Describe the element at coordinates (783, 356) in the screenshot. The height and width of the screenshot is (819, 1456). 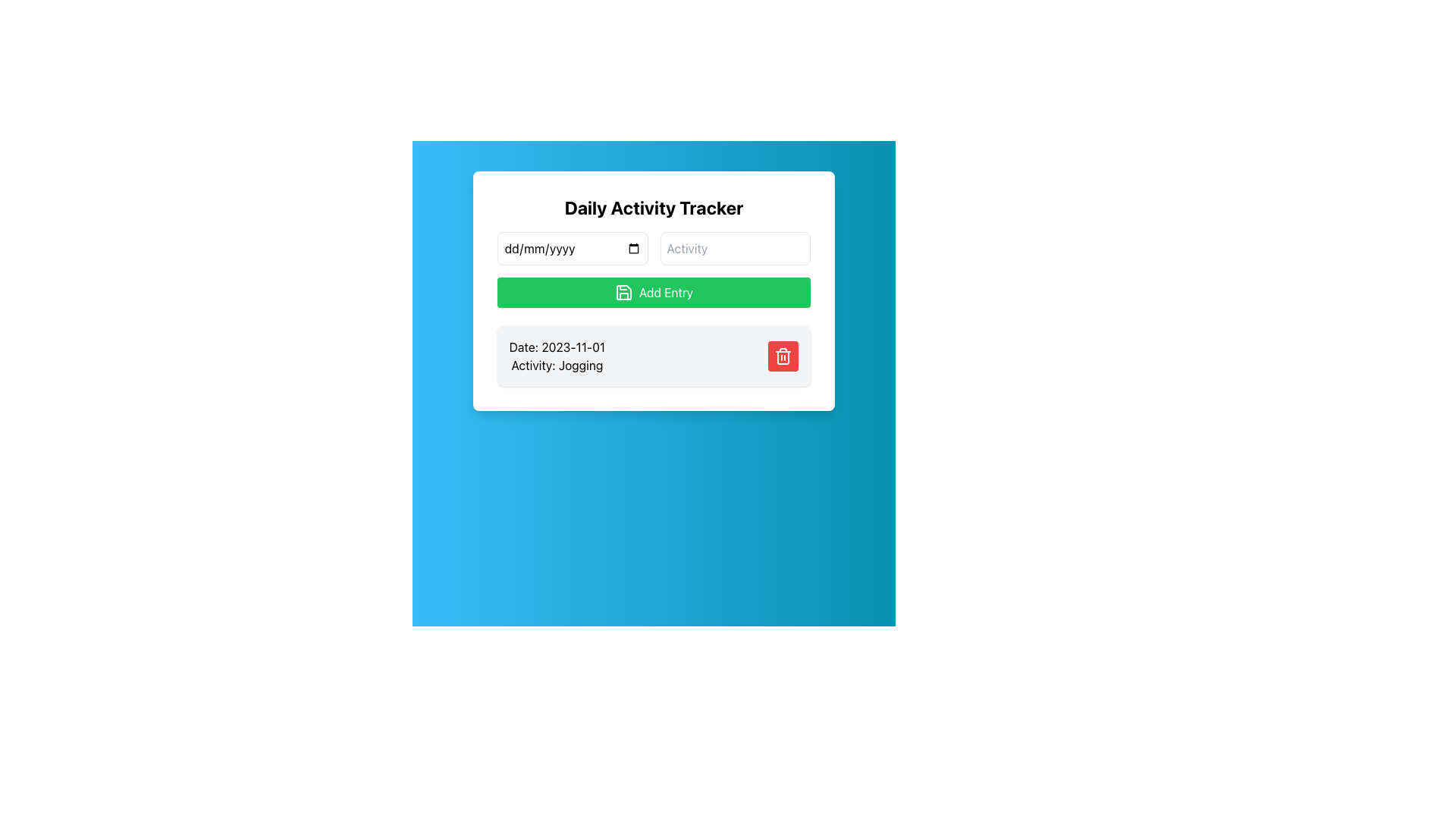
I see `the red rounded button with a white trash can icon located at the far right of the content row` at that location.